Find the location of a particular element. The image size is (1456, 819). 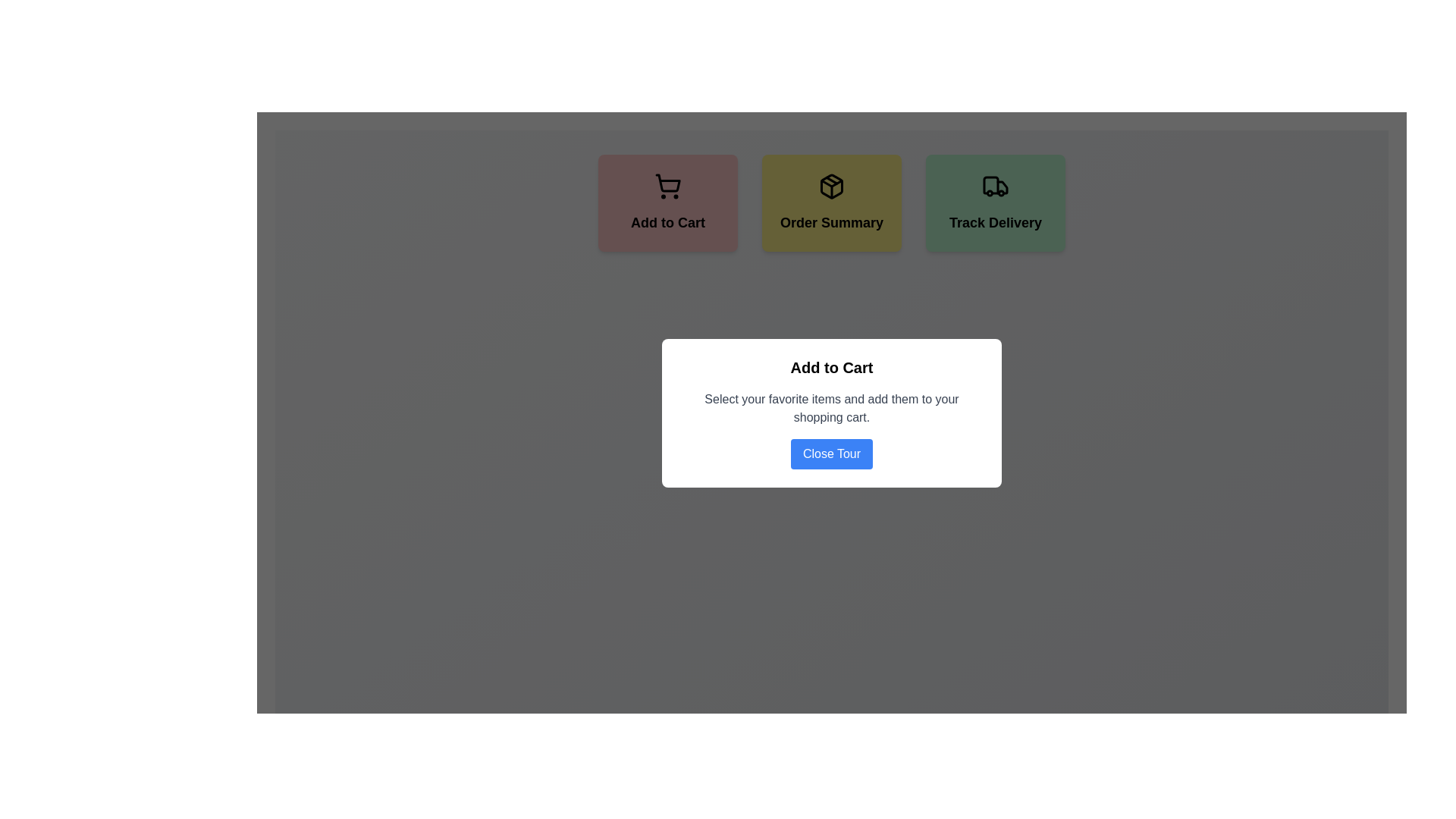

the text label reading 'Add to Cart' located in the lower portion of the red button is located at coordinates (667, 222).